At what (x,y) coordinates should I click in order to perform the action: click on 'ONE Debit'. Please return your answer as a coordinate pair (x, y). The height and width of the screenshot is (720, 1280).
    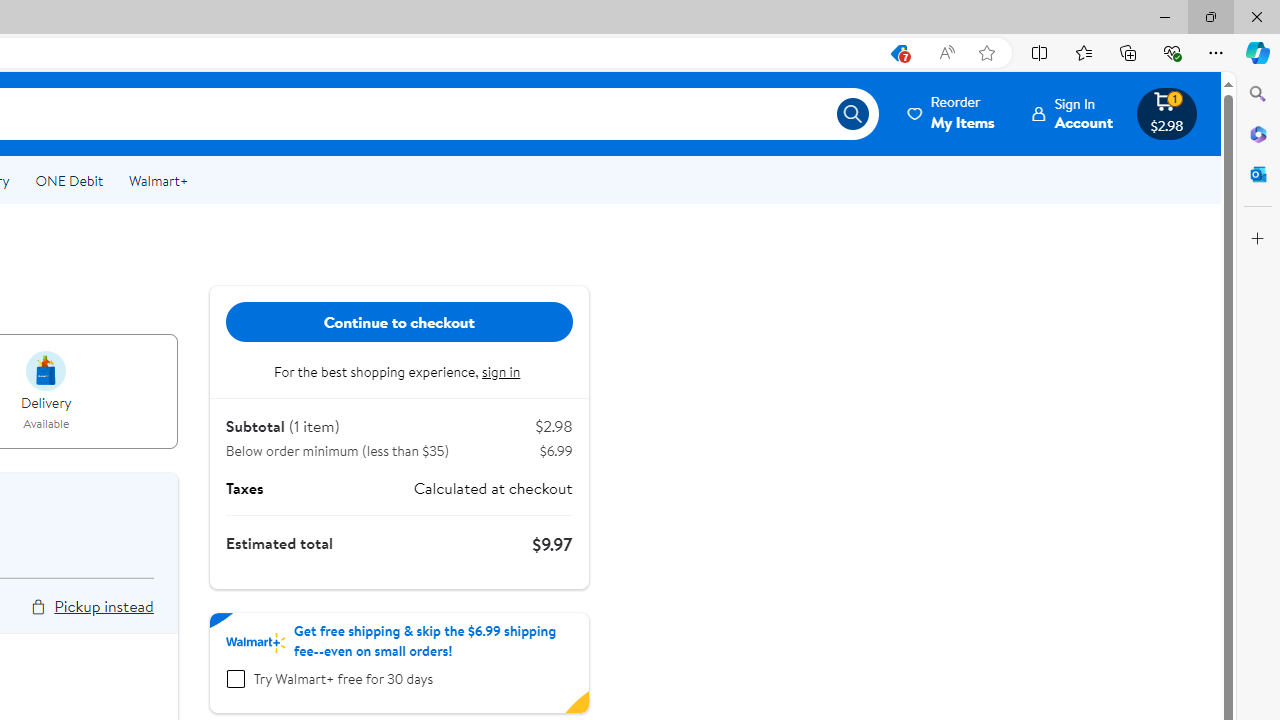
    Looking at the image, I should click on (69, 181).